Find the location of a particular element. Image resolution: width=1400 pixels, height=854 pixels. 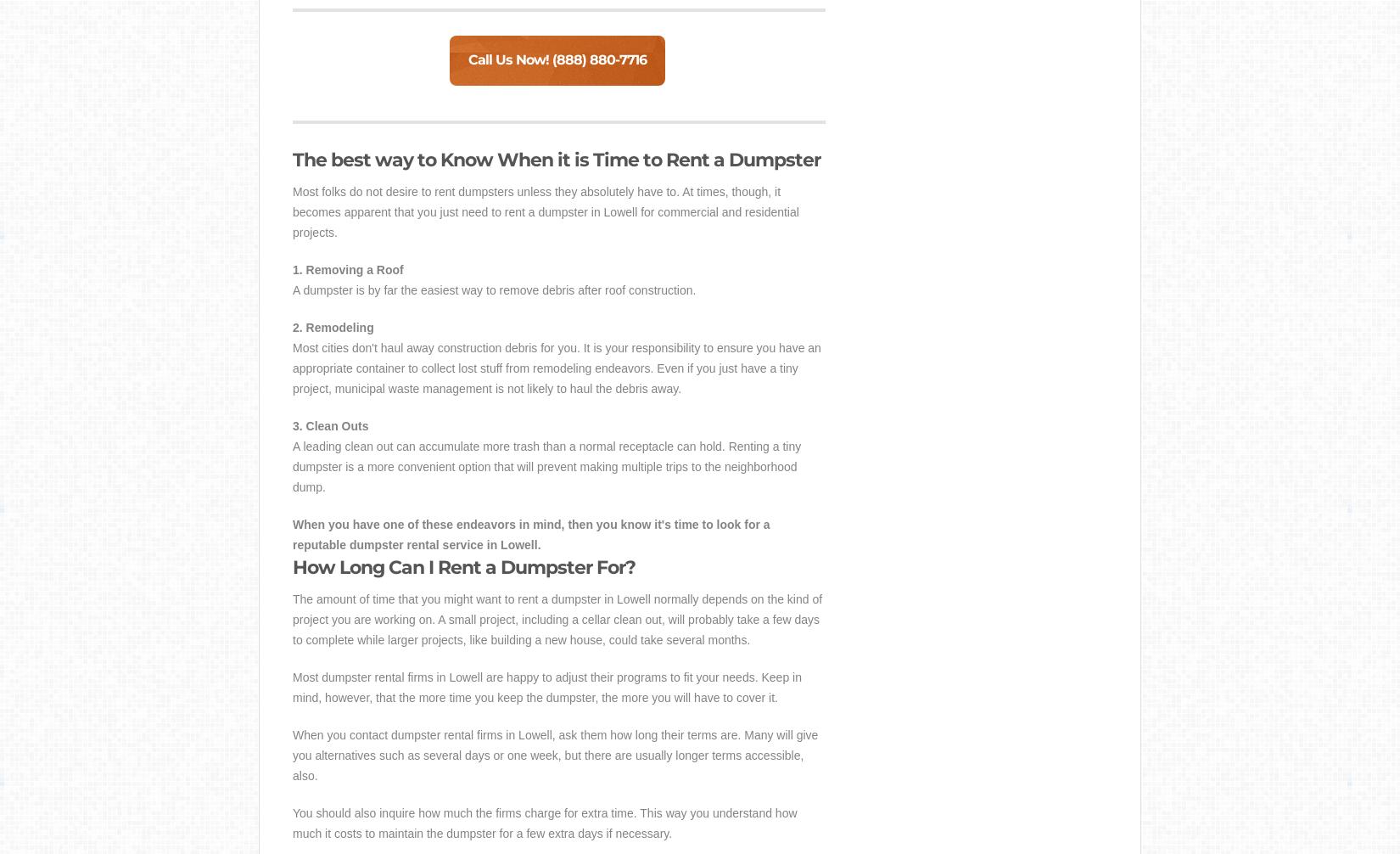

'A dumpster is by far the easiest way to remove debris after roof construction.' is located at coordinates (493, 289).